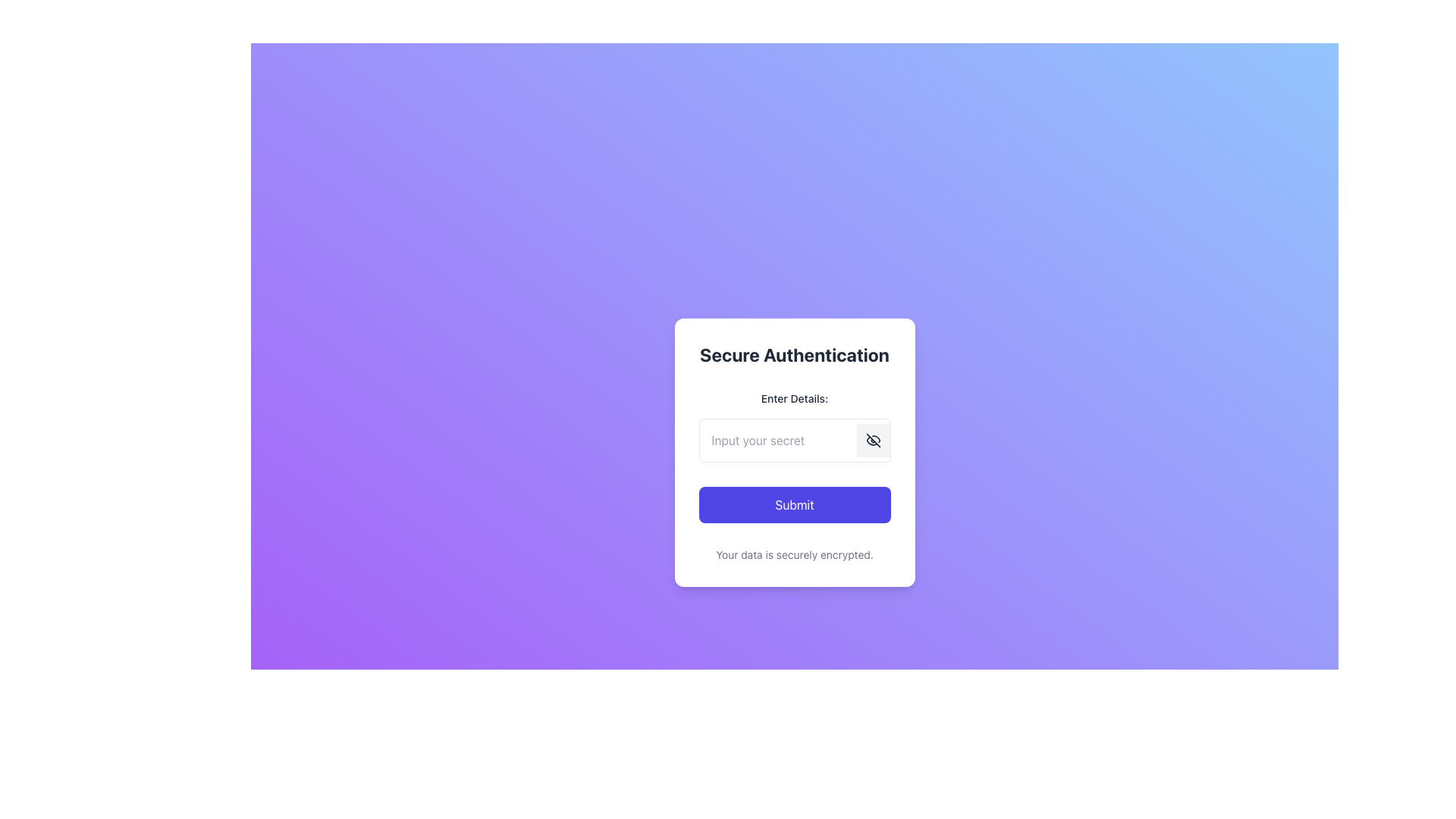  What do you see at coordinates (793, 555) in the screenshot?
I see `the informational text that says 'Your data is securely encrypted.' positioned at the bottom of the card below the 'Submit' button` at bounding box center [793, 555].